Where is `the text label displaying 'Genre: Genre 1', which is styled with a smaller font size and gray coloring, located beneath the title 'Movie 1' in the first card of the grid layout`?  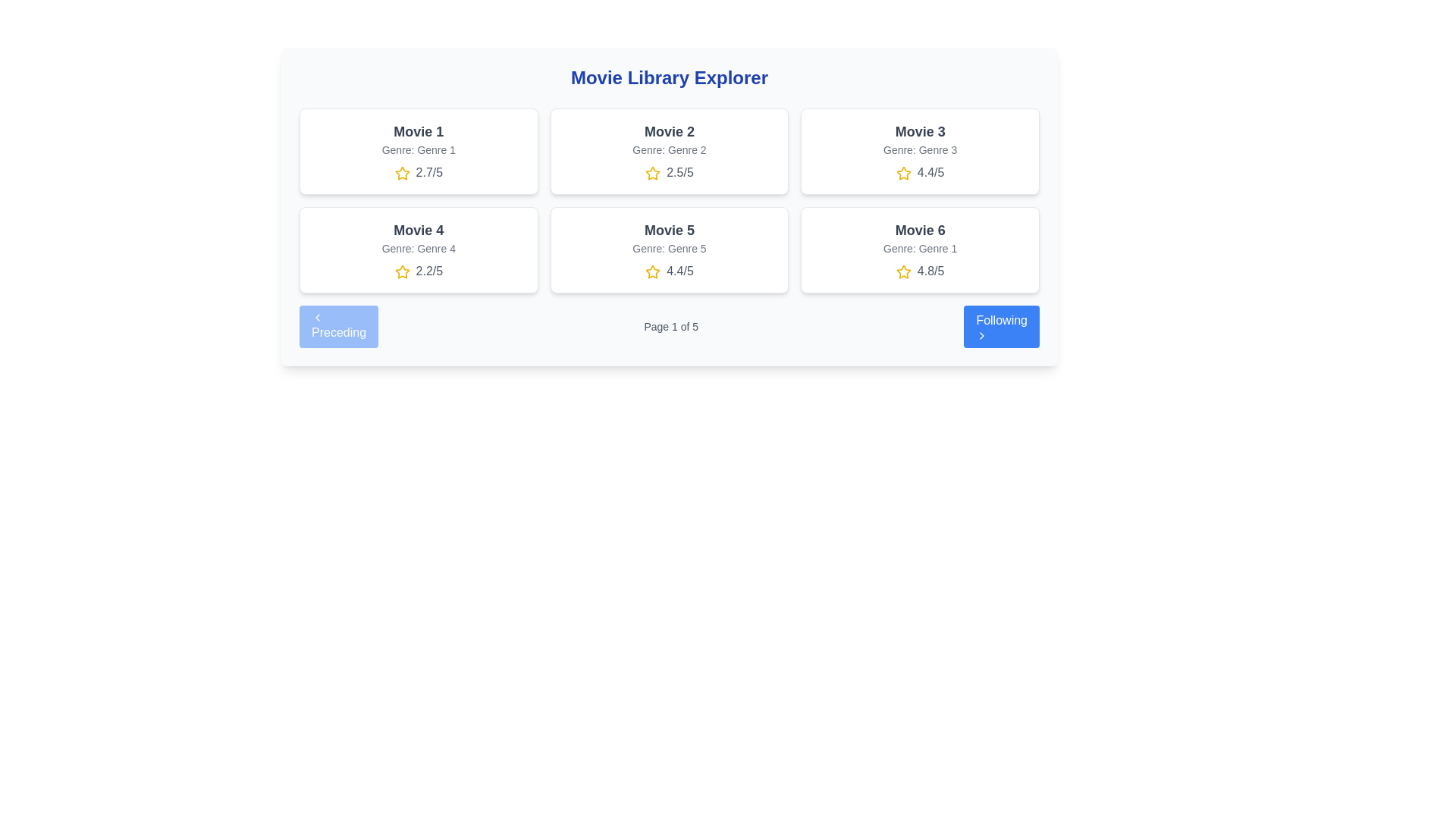 the text label displaying 'Genre: Genre 1', which is styled with a smaller font size and gray coloring, located beneath the title 'Movie 1' in the first card of the grid layout is located at coordinates (419, 149).